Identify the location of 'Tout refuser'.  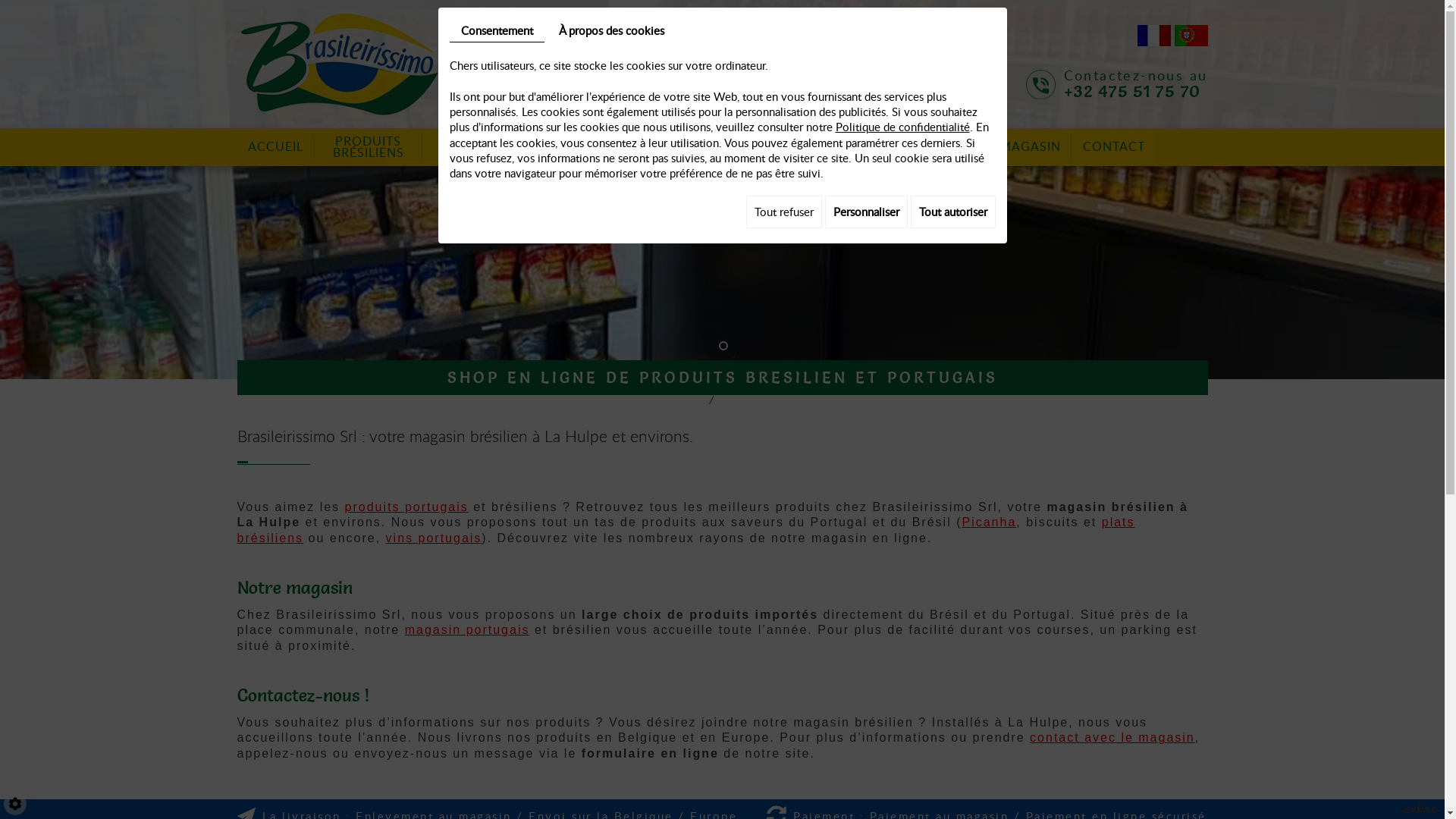
(783, 211).